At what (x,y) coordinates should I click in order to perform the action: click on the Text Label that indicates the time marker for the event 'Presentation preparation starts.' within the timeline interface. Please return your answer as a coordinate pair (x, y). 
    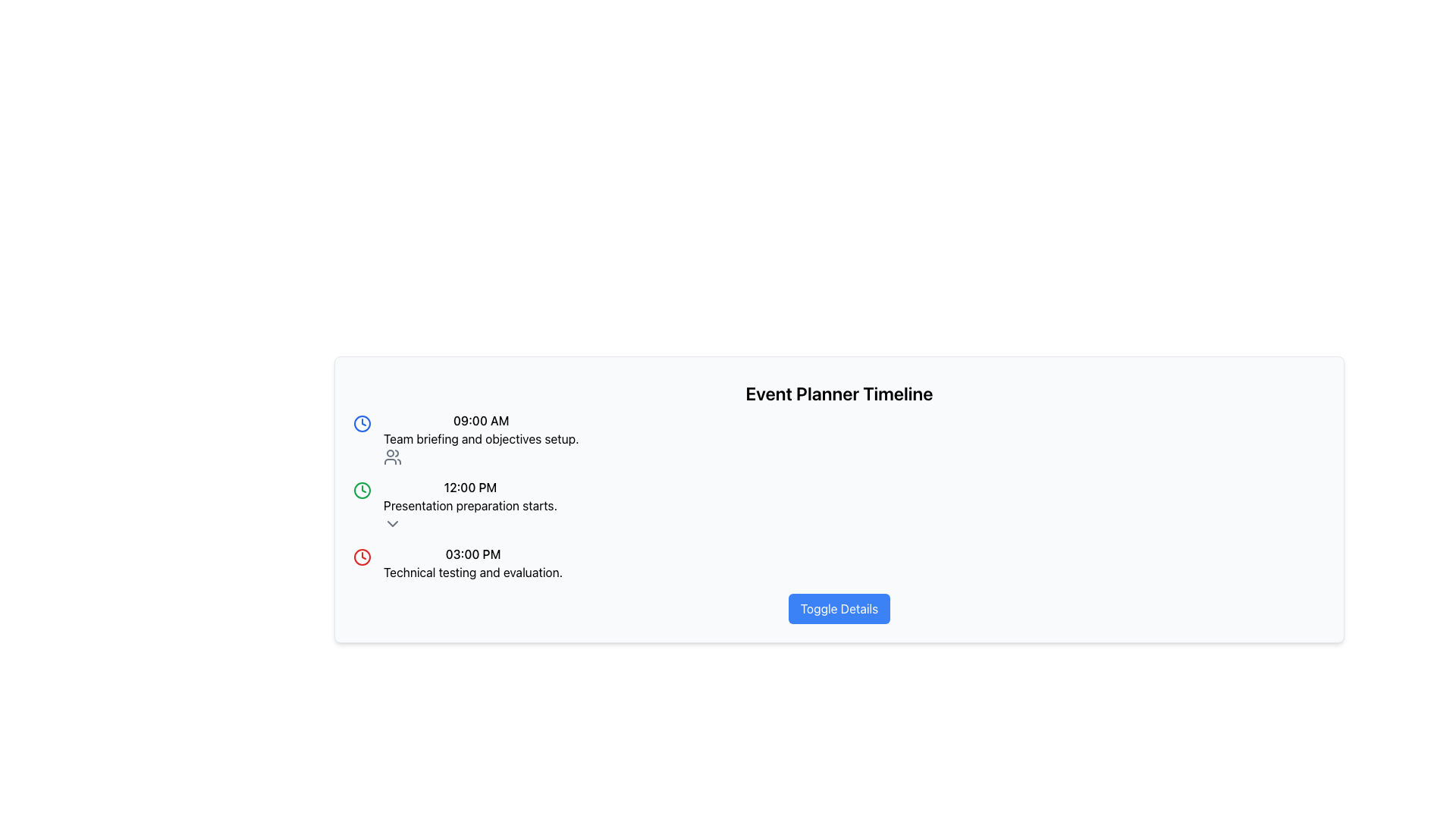
    Looking at the image, I should click on (469, 488).